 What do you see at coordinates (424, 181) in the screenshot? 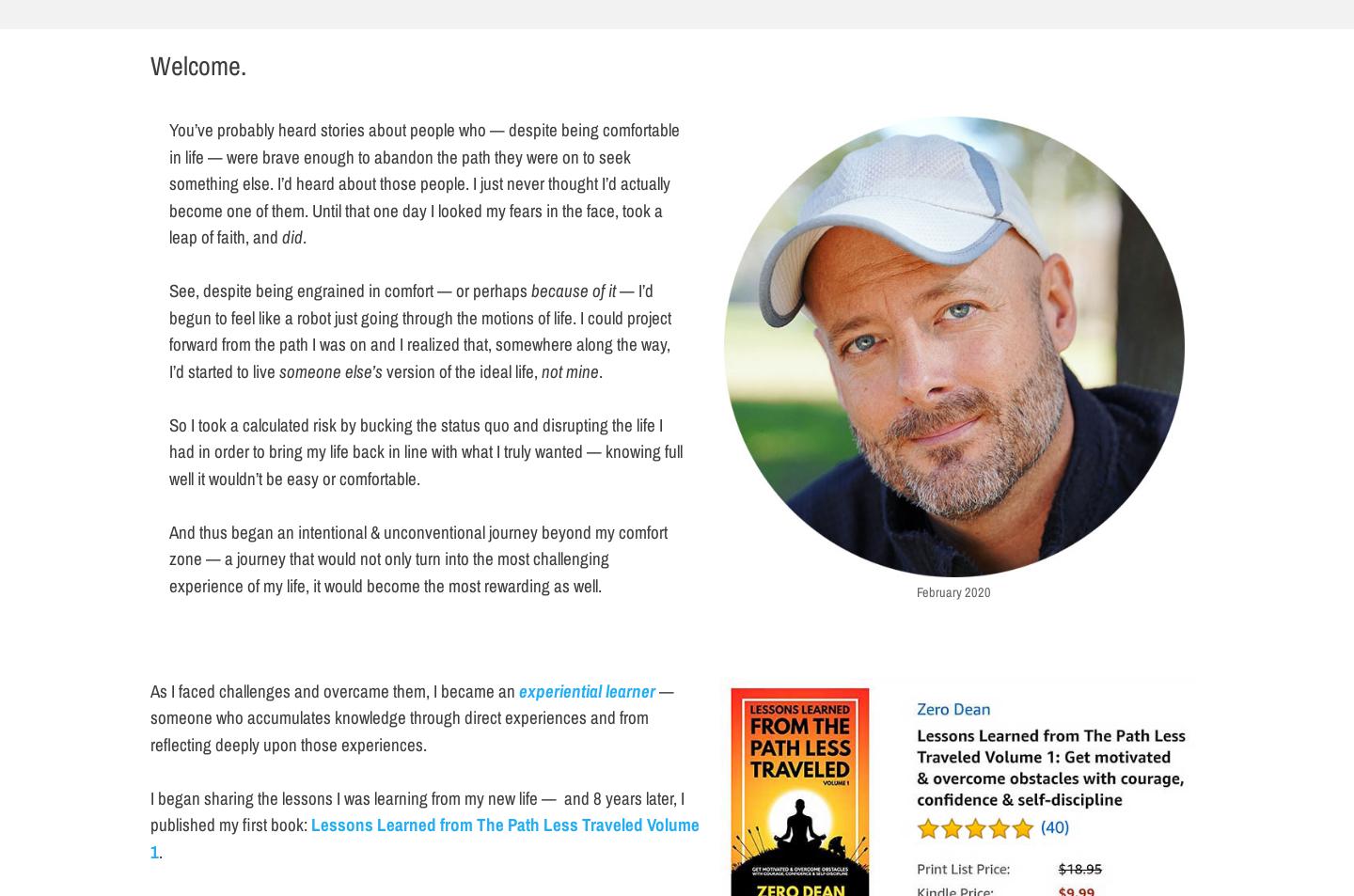
I see `'You’ve probably heard stories about people who — despite being comfortable in life — were brave enough to abandon the path they were on to seek something else. I’d heard about those people. I just never thought I’d actually become one of them. Until that one day I looked my fears in the face, took a leap of faith, and'` at bounding box center [424, 181].